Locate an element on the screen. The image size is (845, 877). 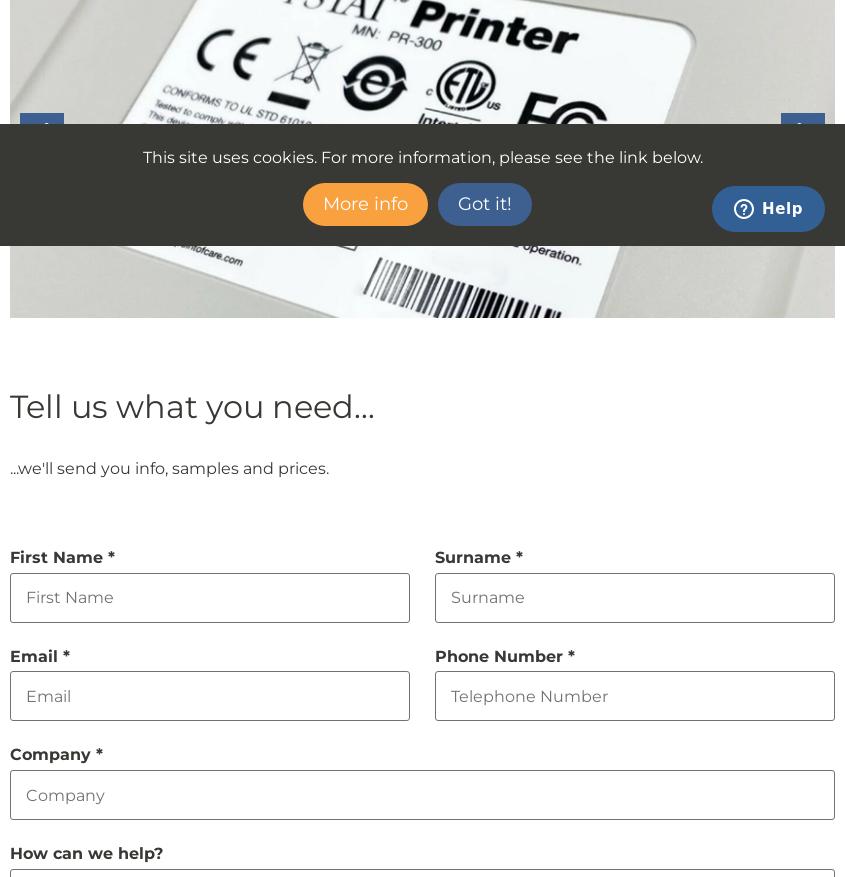
'...we'll send you info, samples and prices.' is located at coordinates (8, 468).